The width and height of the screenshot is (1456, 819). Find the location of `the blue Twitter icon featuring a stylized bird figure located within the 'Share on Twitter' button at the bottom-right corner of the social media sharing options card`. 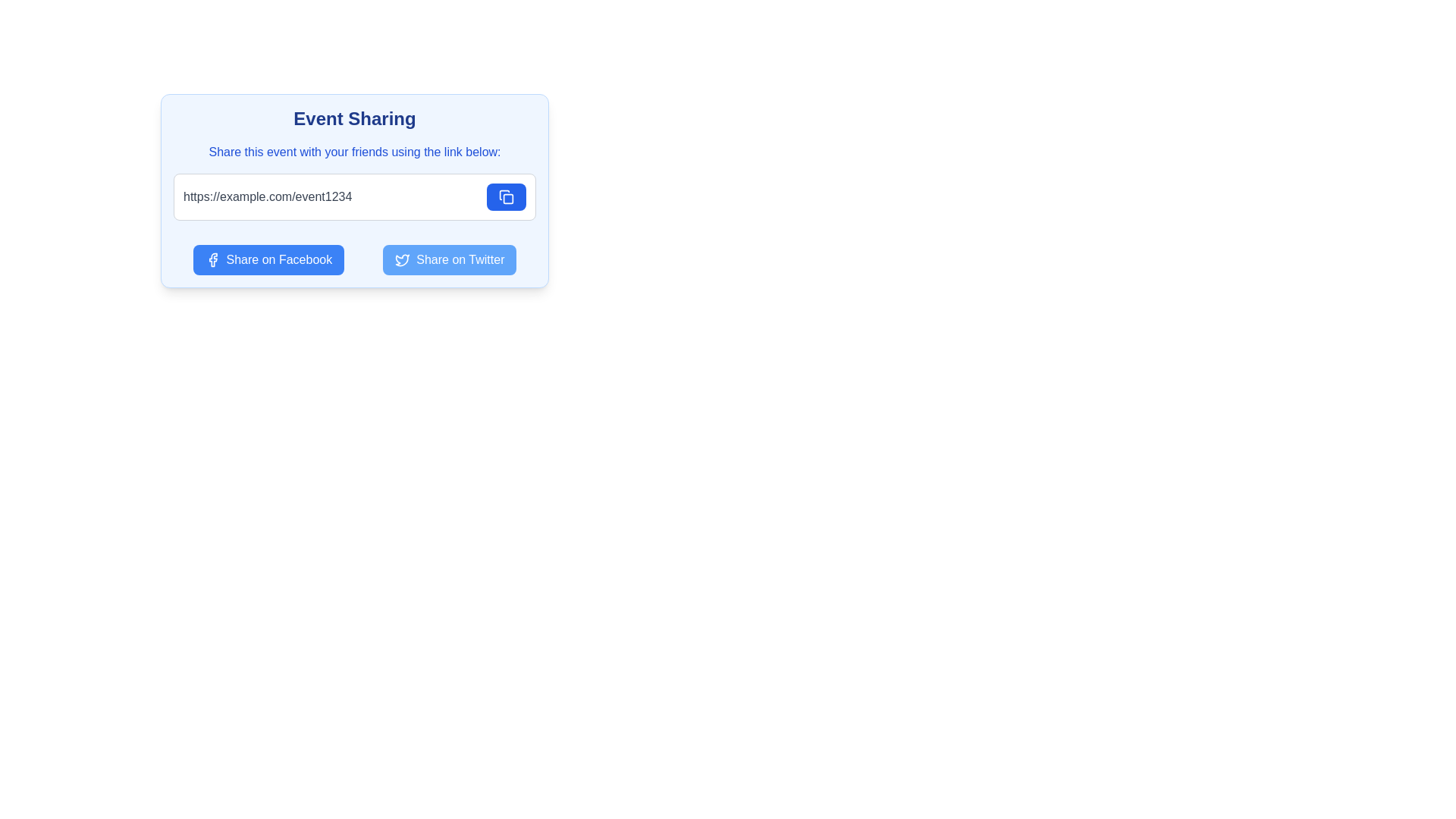

the blue Twitter icon featuring a stylized bird figure located within the 'Share on Twitter' button at the bottom-right corner of the social media sharing options card is located at coordinates (403, 259).